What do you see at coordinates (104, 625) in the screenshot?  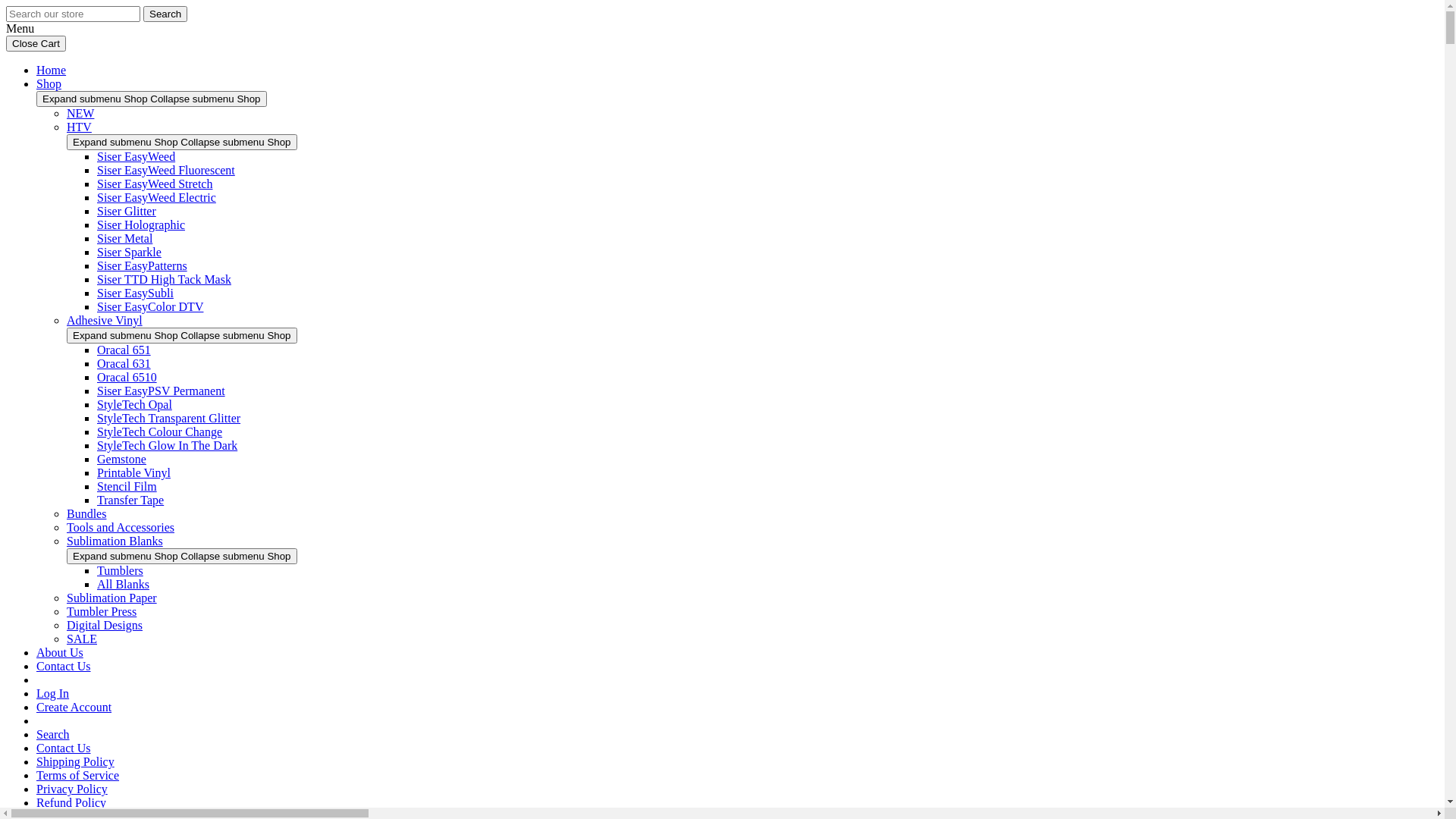 I see `'Digital Designs'` at bounding box center [104, 625].